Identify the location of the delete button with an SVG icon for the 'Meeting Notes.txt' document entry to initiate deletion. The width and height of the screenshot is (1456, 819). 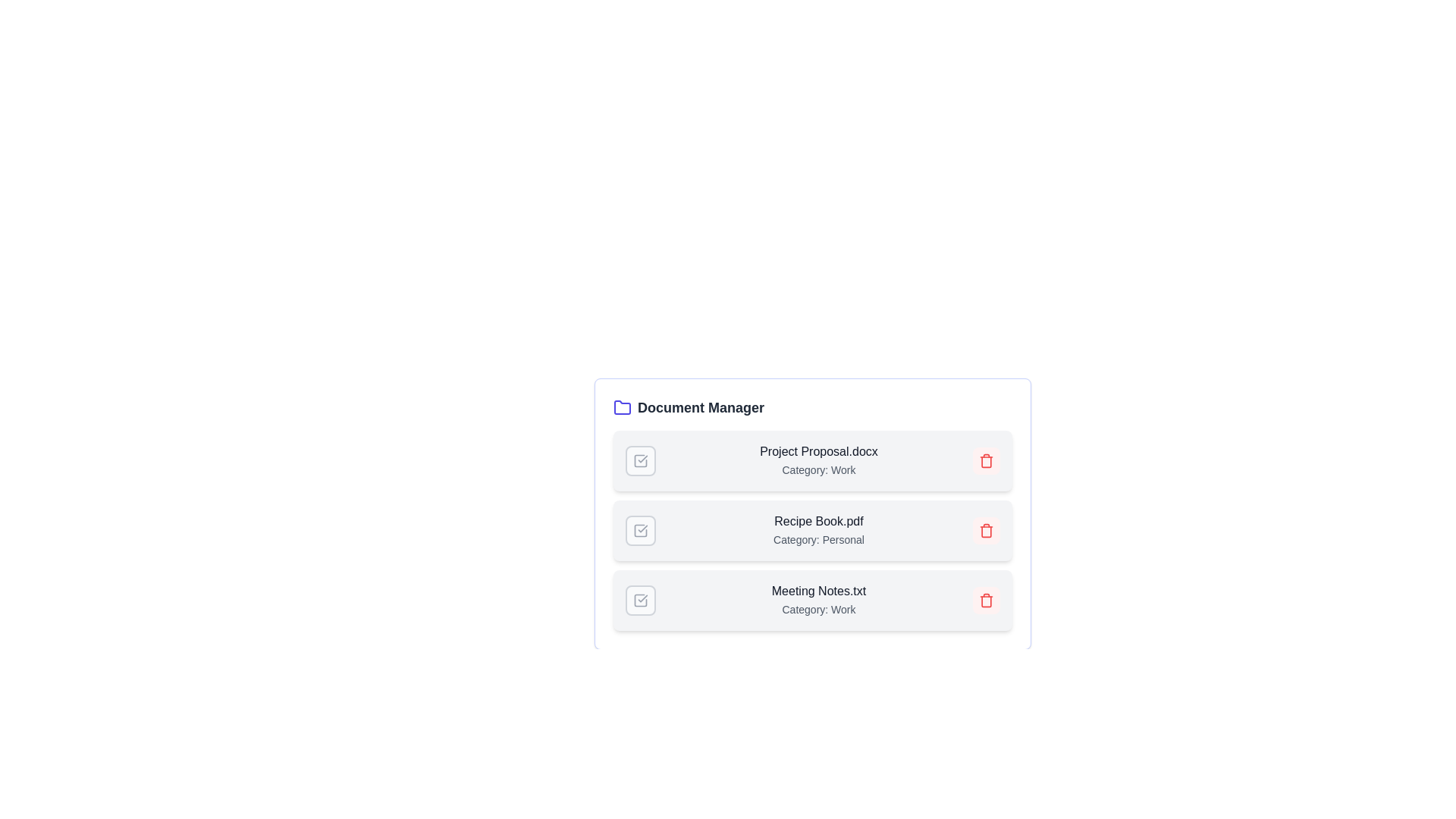
(986, 599).